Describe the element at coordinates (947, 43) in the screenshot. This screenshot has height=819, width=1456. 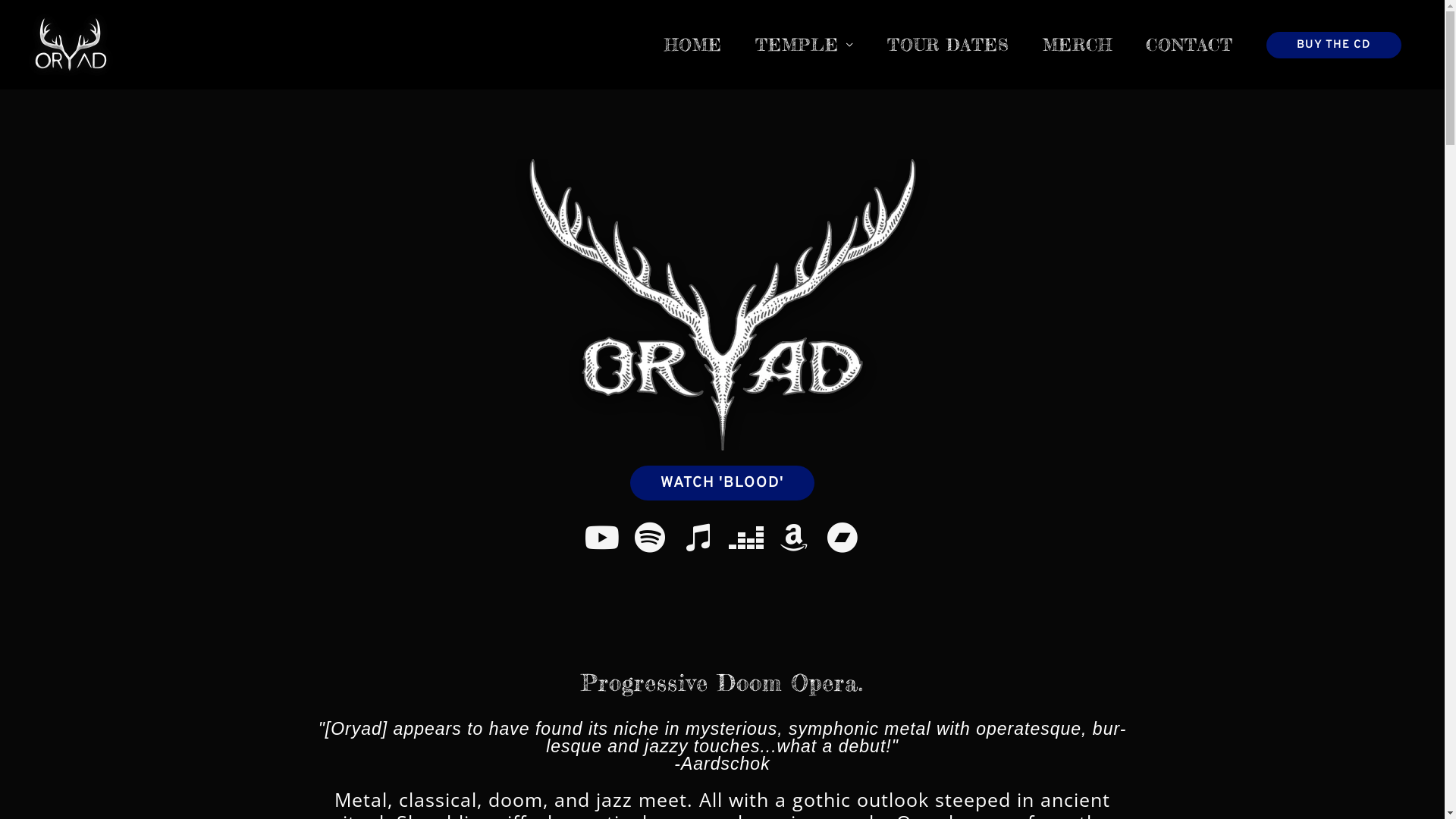
I see `'TOUR DATES'` at that location.